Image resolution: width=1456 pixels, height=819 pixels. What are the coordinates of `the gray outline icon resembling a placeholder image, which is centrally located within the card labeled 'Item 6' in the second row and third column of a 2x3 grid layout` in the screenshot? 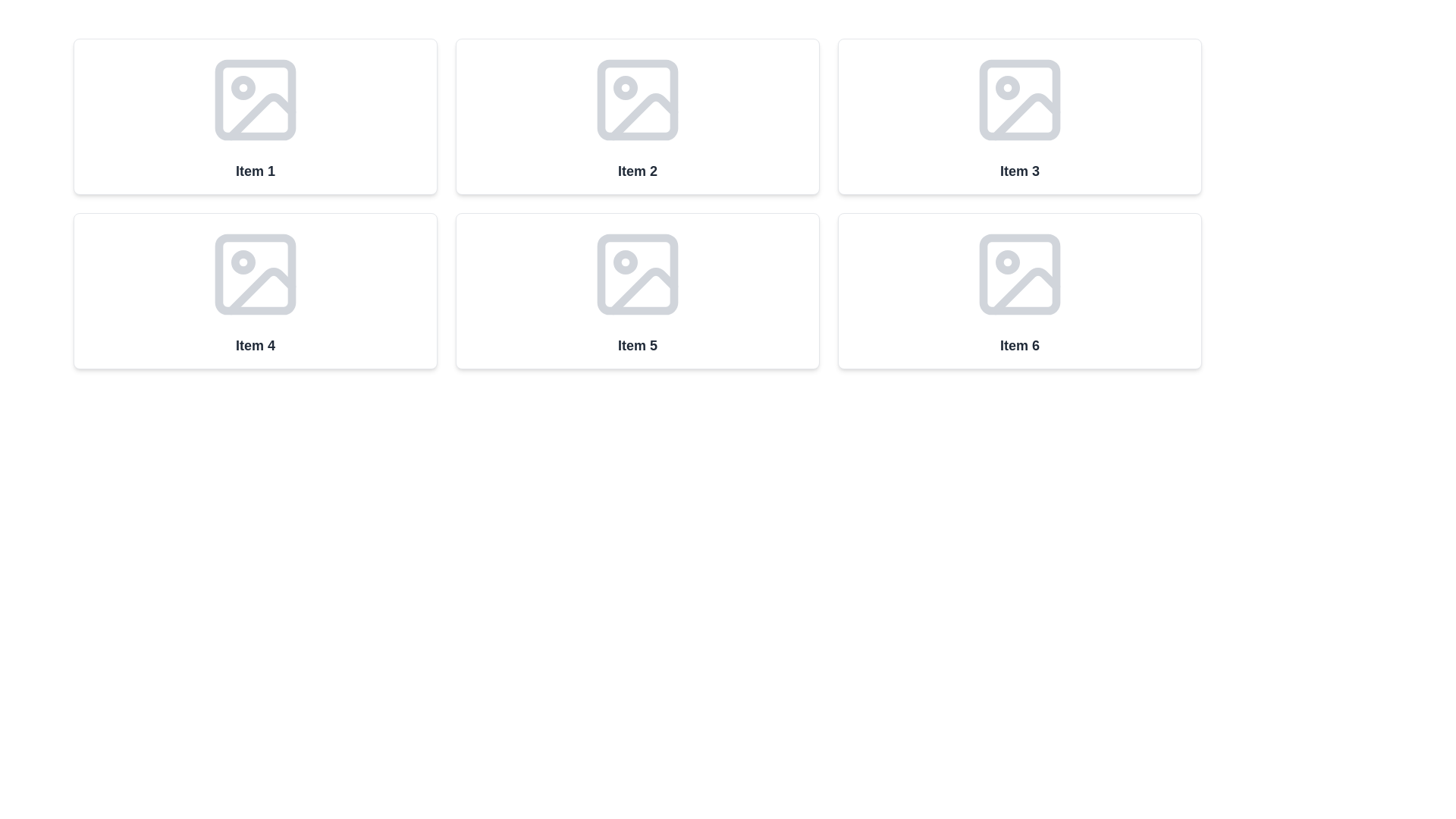 It's located at (1019, 275).